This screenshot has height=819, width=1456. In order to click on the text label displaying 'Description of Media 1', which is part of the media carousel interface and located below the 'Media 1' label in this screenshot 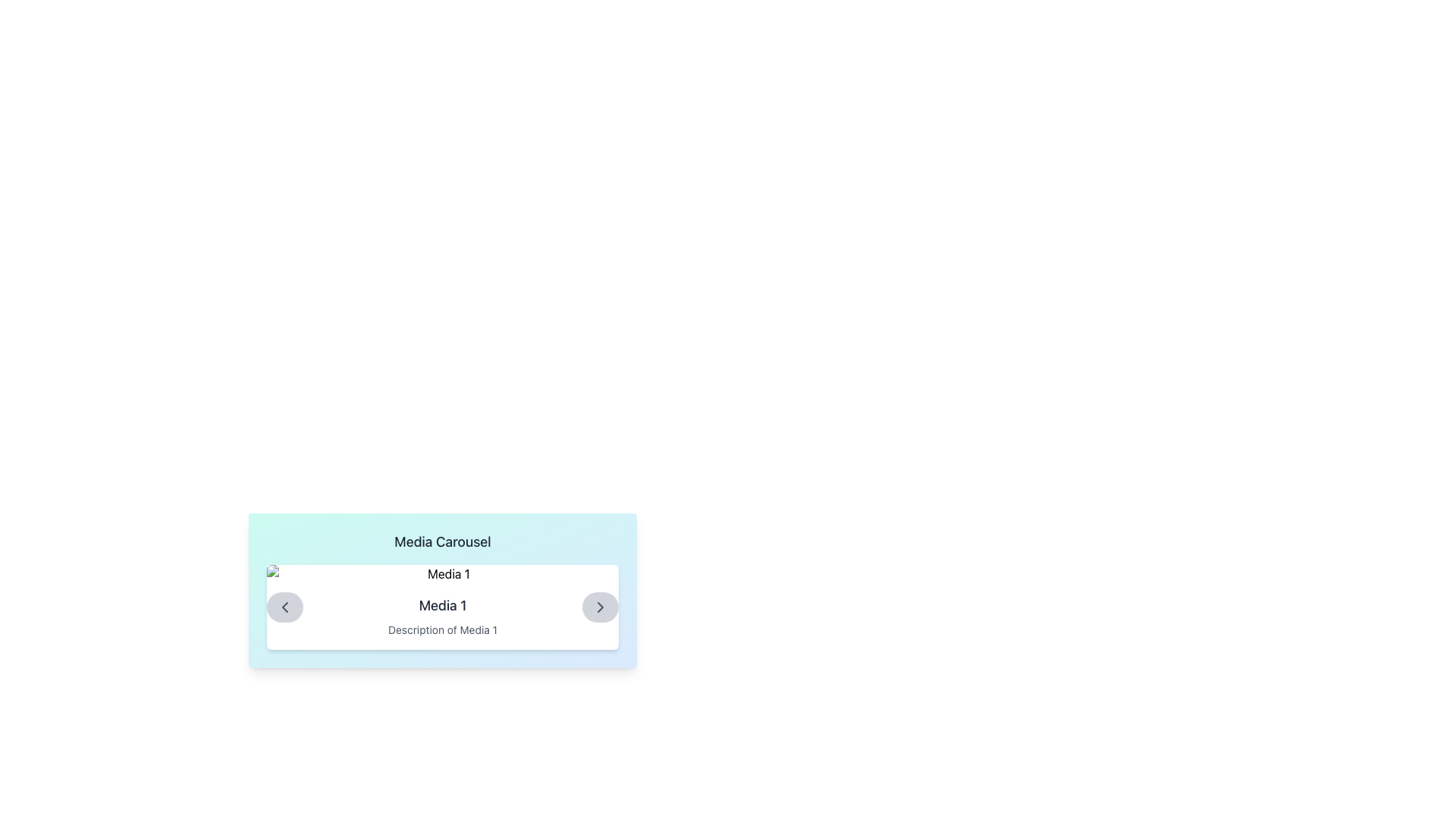, I will do `click(442, 629)`.